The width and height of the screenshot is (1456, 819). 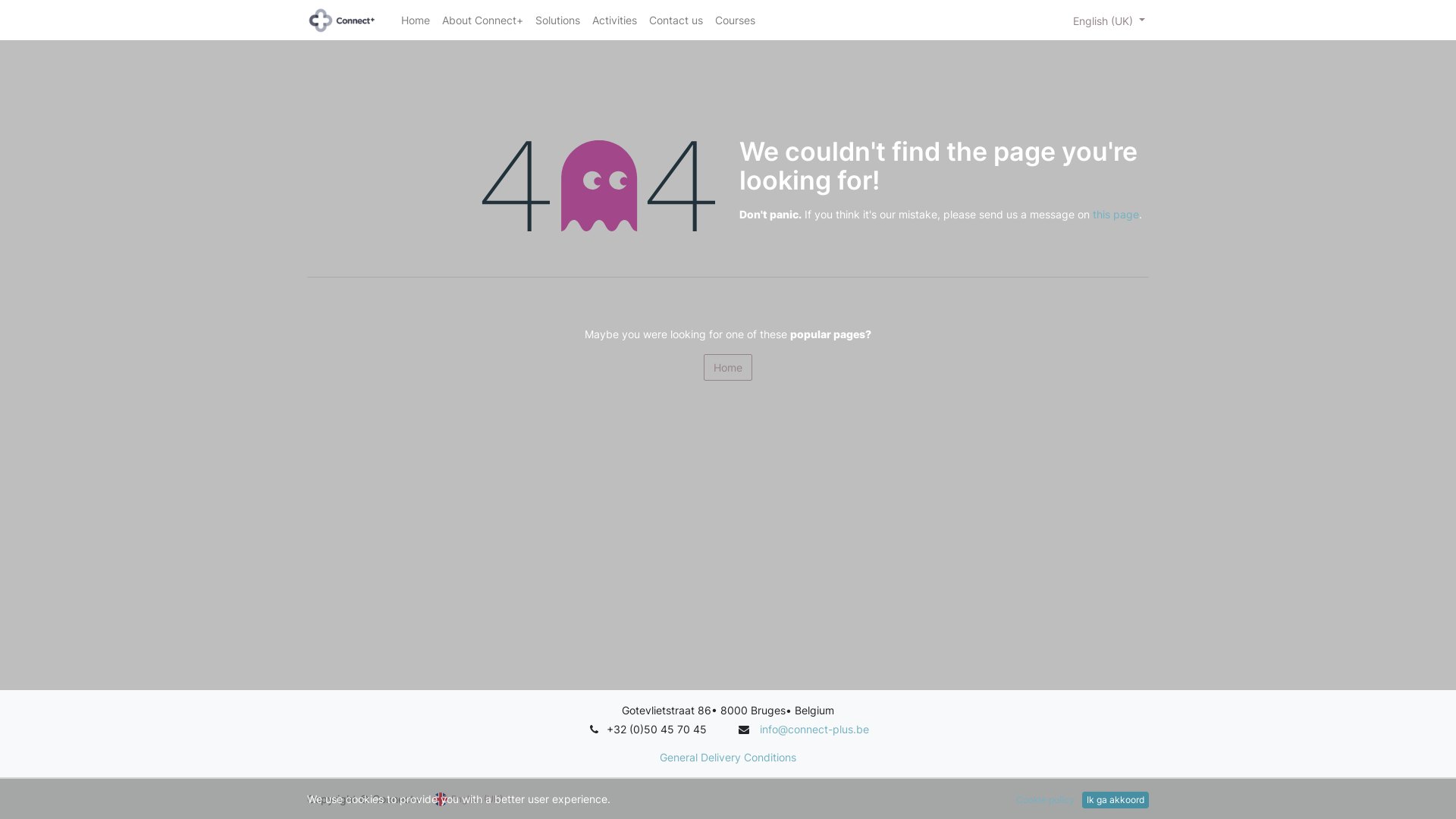 I want to click on 'Cookie policy', so click(x=1044, y=799).